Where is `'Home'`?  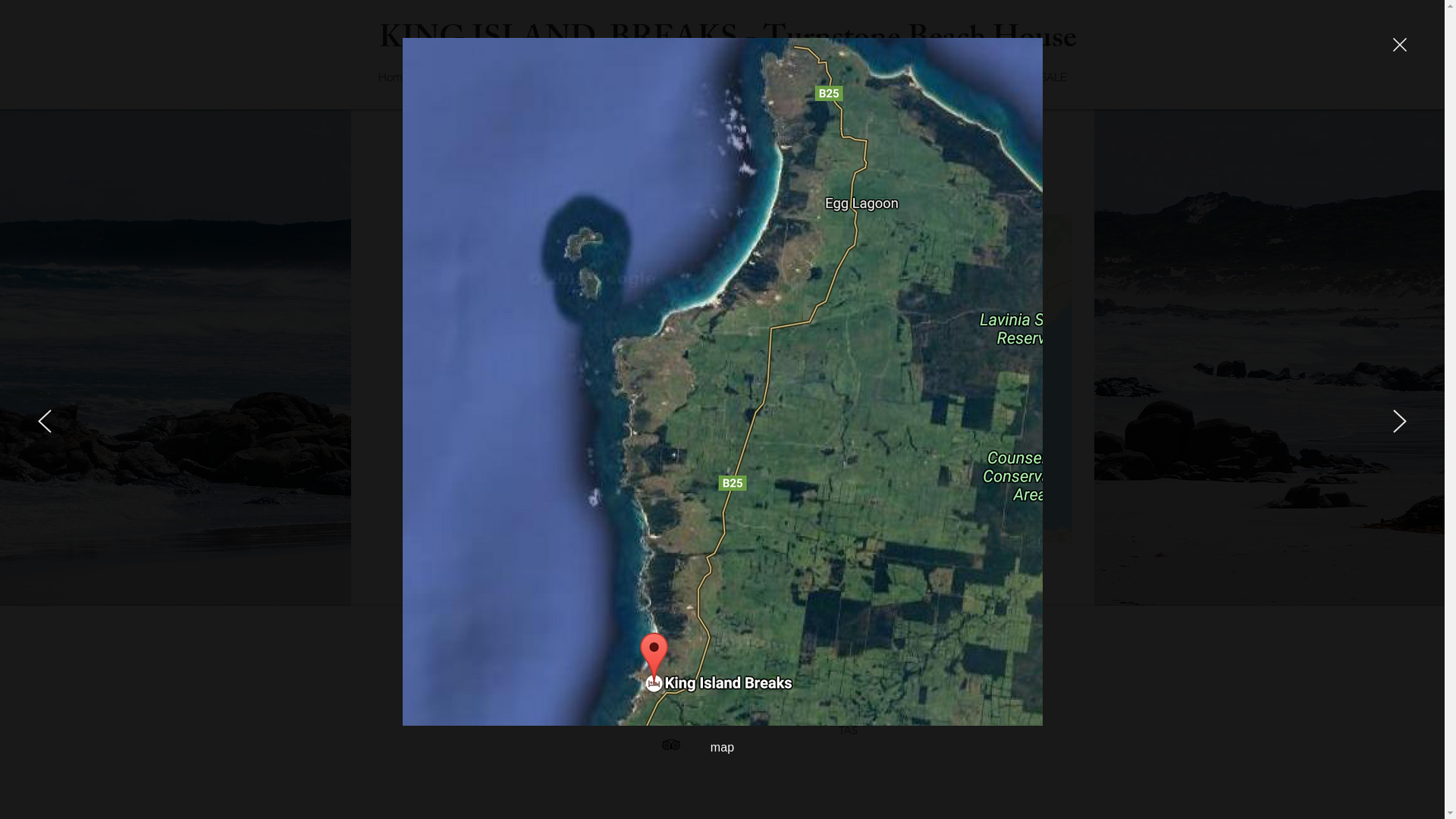 'Home' is located at coordinates (393, 77).